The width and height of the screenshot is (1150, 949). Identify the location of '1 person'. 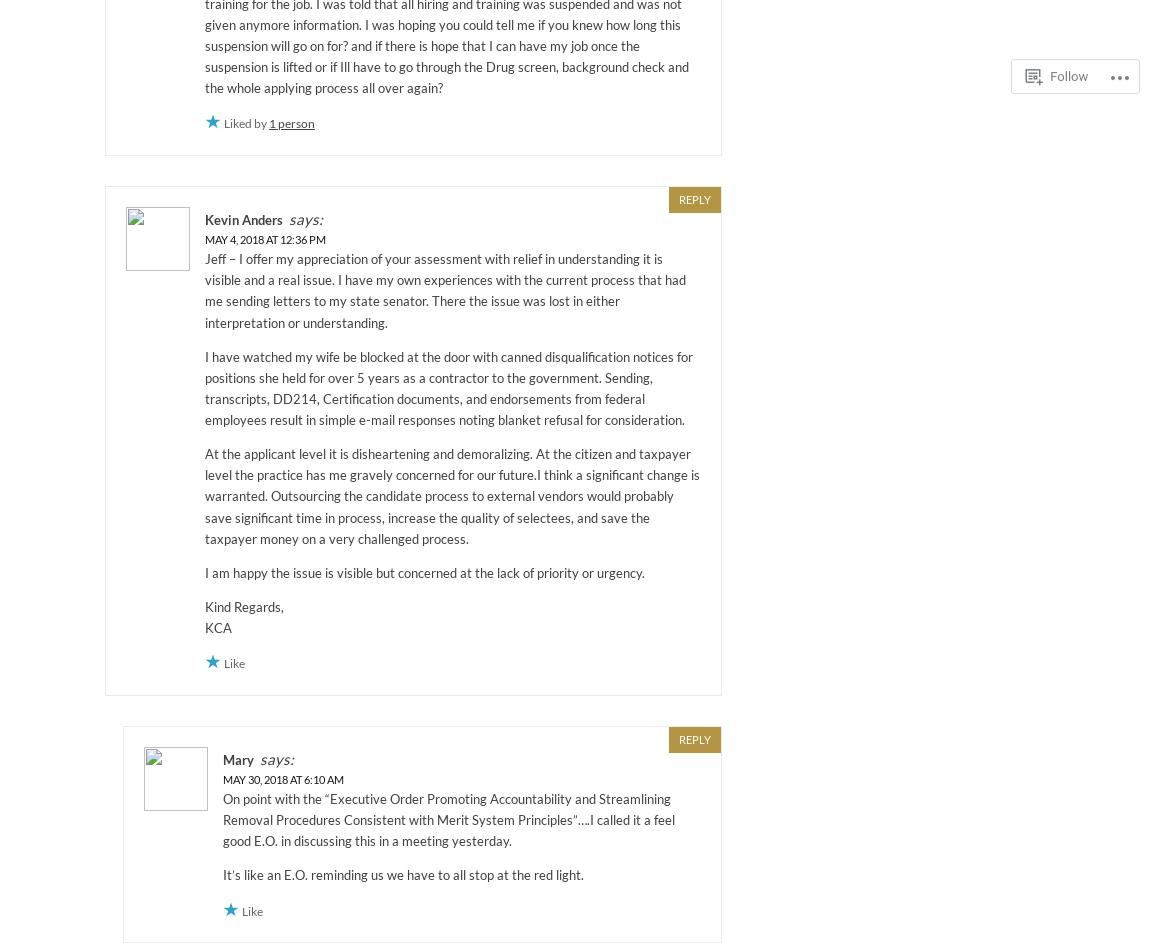
(291, 123).